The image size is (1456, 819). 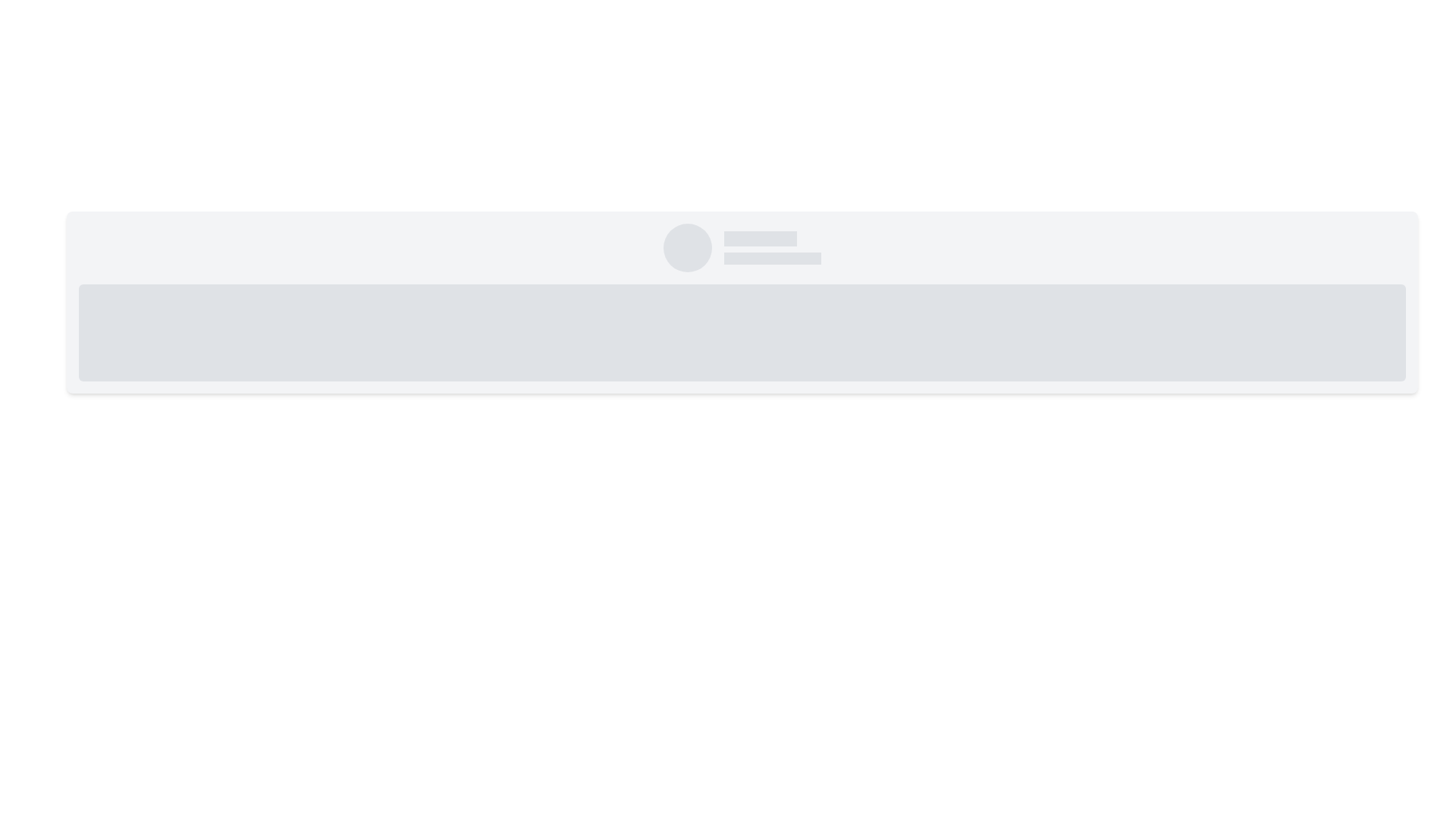 I want to click on the centrally positioned component group that includes a circular grey placeholder and two rows of grey bars, resembling a profile block, so click(x=742, y=247).